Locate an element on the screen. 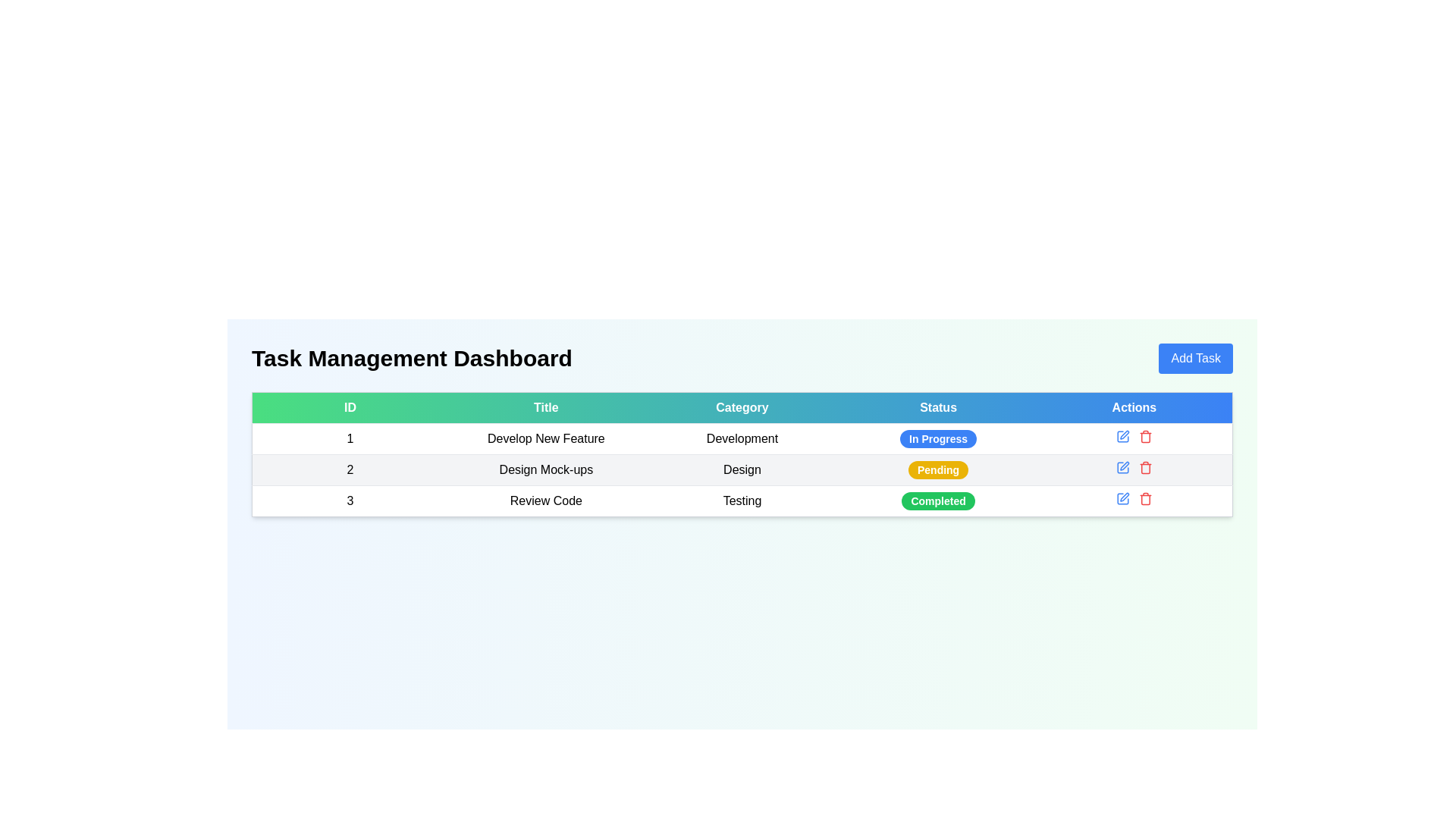 The image size is (1456, 819). the first task identifier in the task management dashboard table under the 'ID' header is located at coordinates (349, 438).